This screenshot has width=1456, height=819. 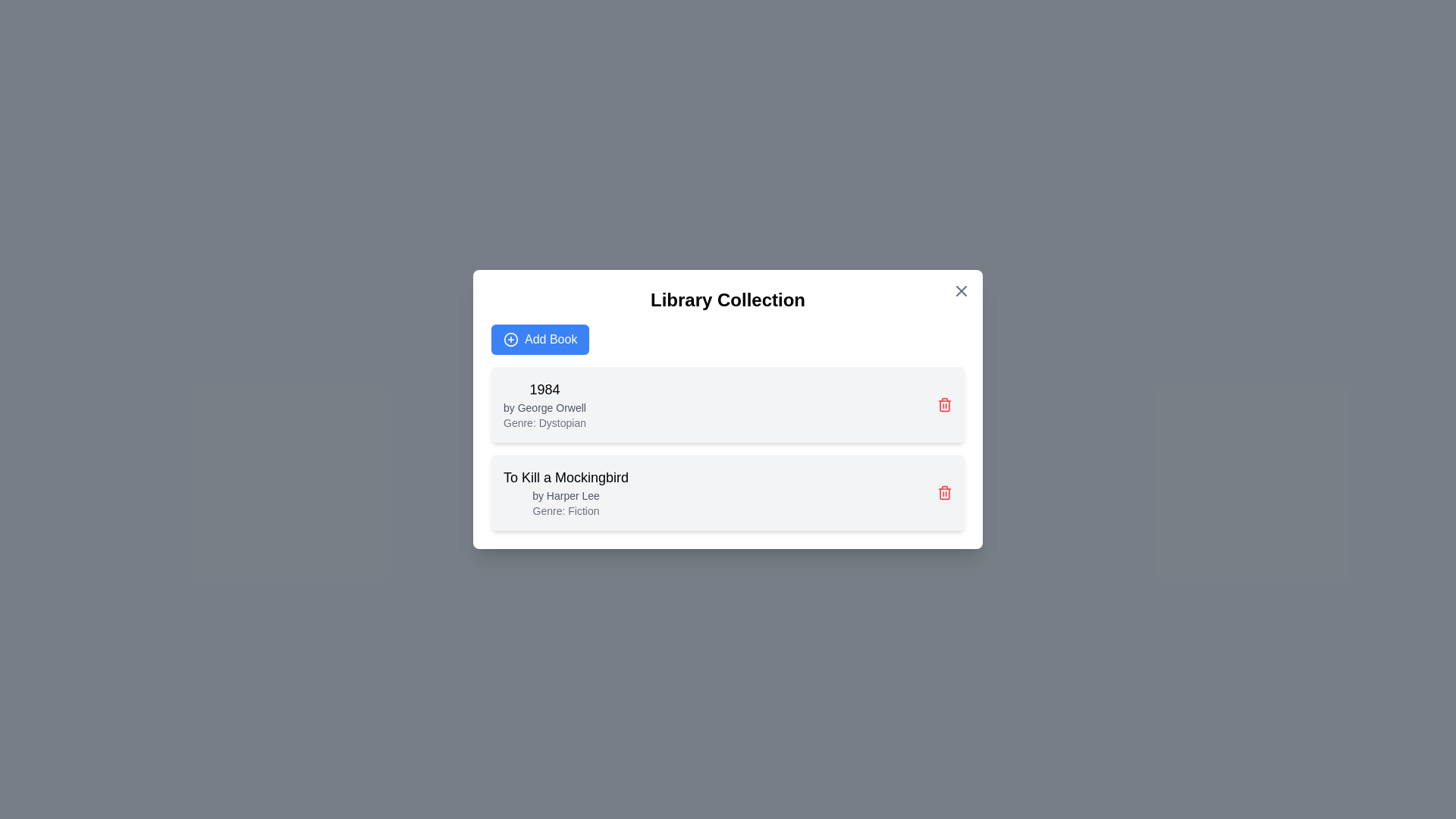 I want to click on the button located at the top-left corner of the modal beneath the title 'Library Collection' to activate hover effects, so click(x=540, y=338).